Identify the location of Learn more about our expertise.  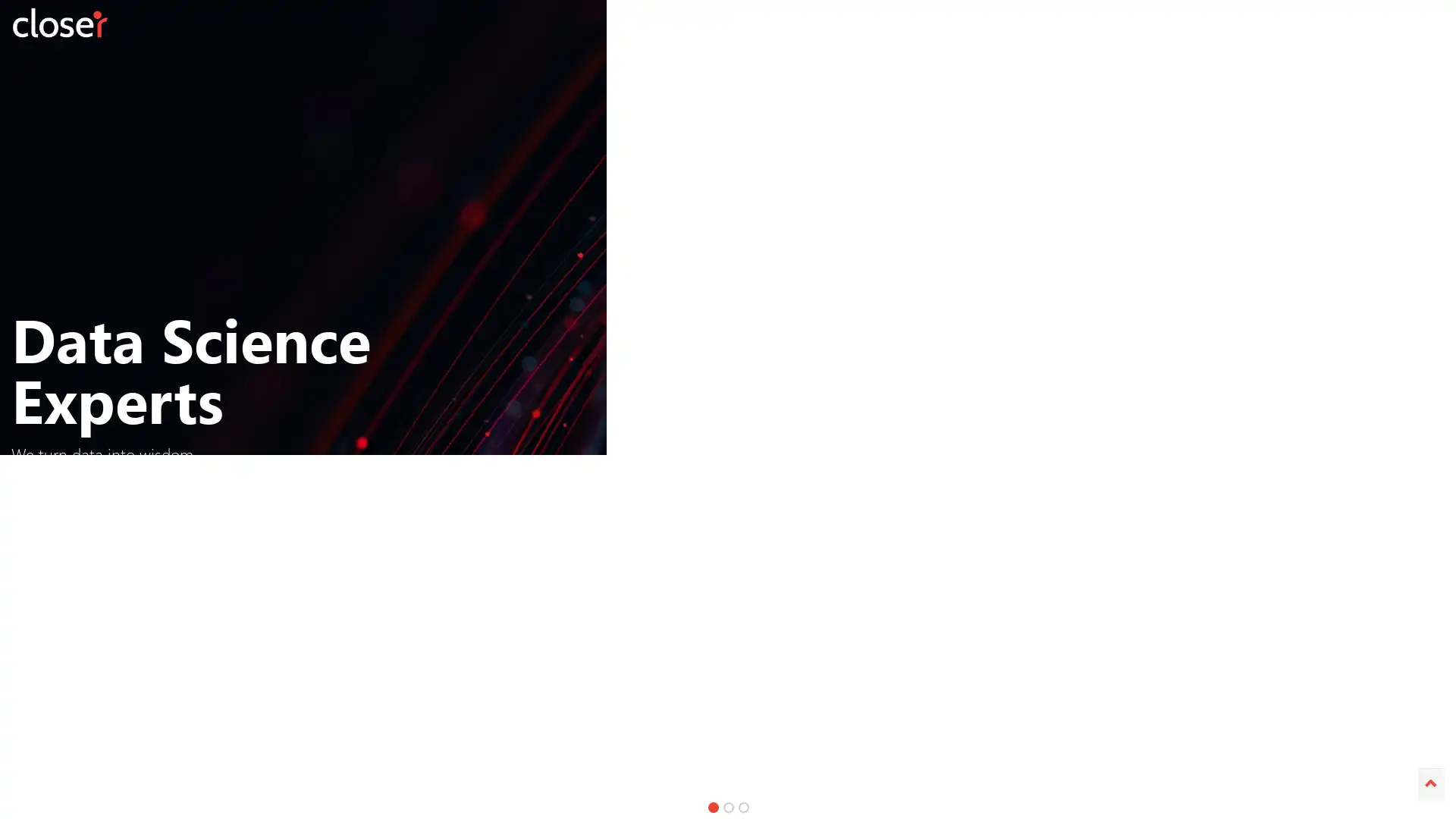
(1015, 495).